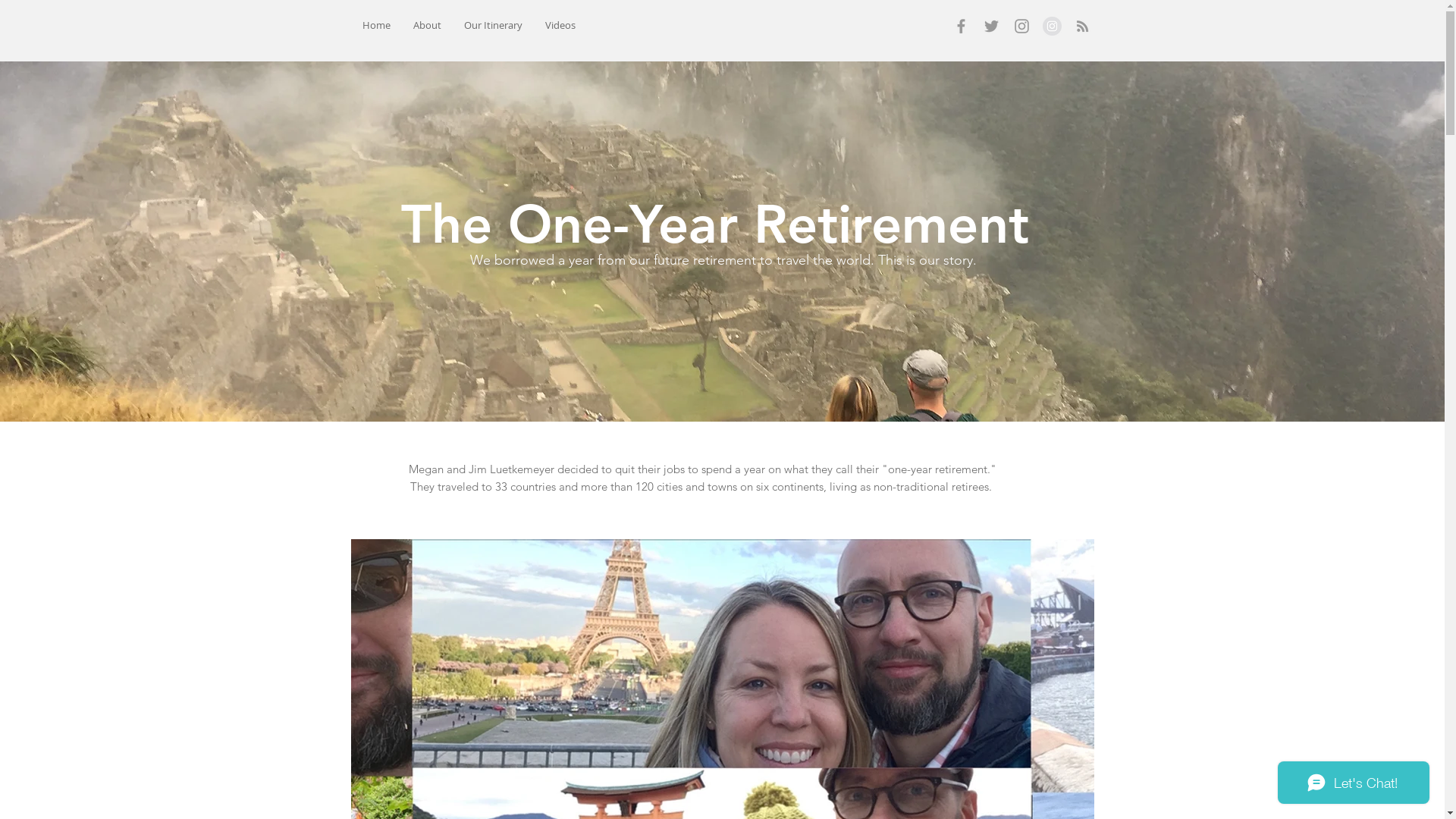 The image size is (1456, 819). I want to click on 'Videos', so click(560, 25).